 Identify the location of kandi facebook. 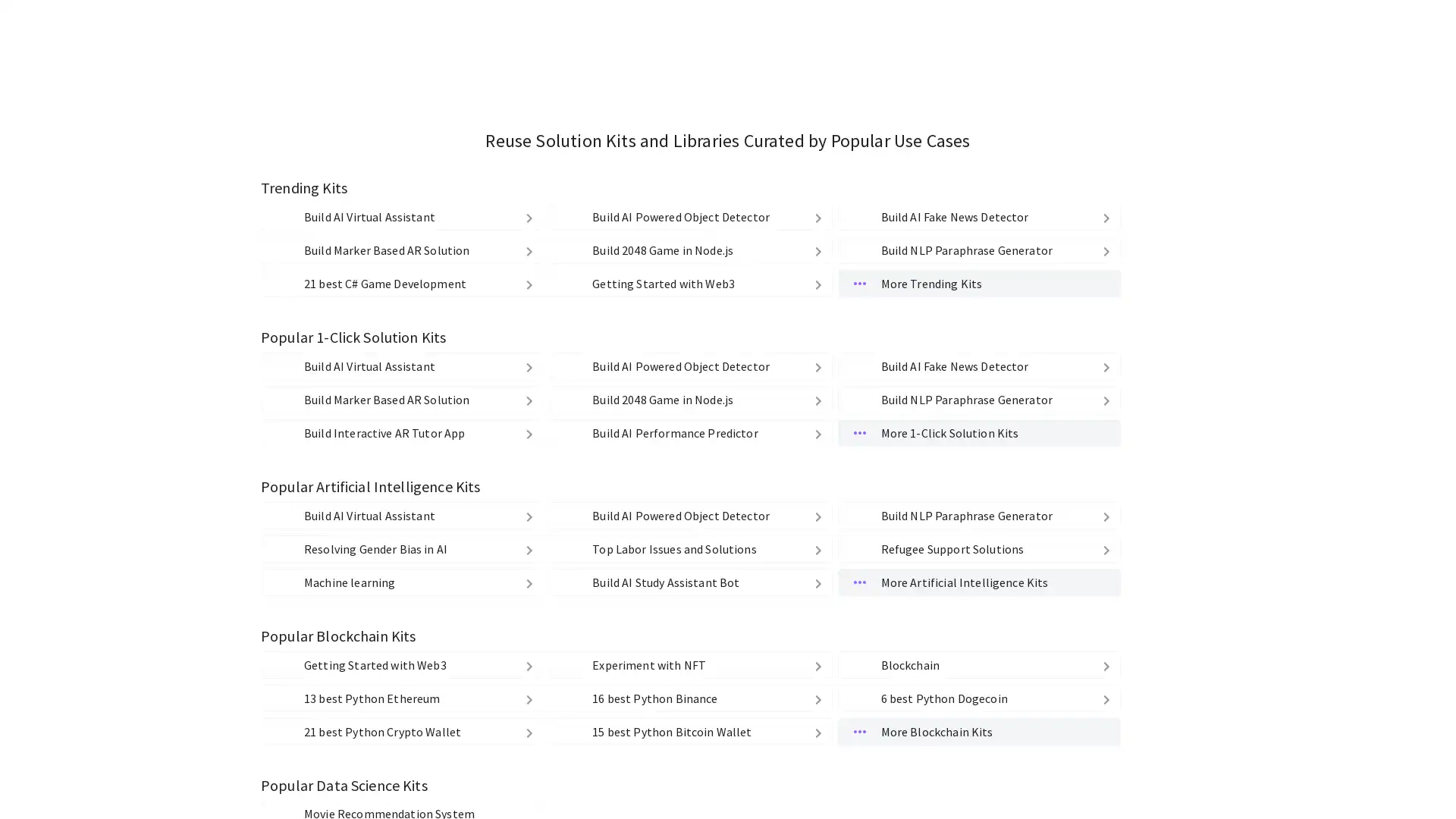
(1351, 52).